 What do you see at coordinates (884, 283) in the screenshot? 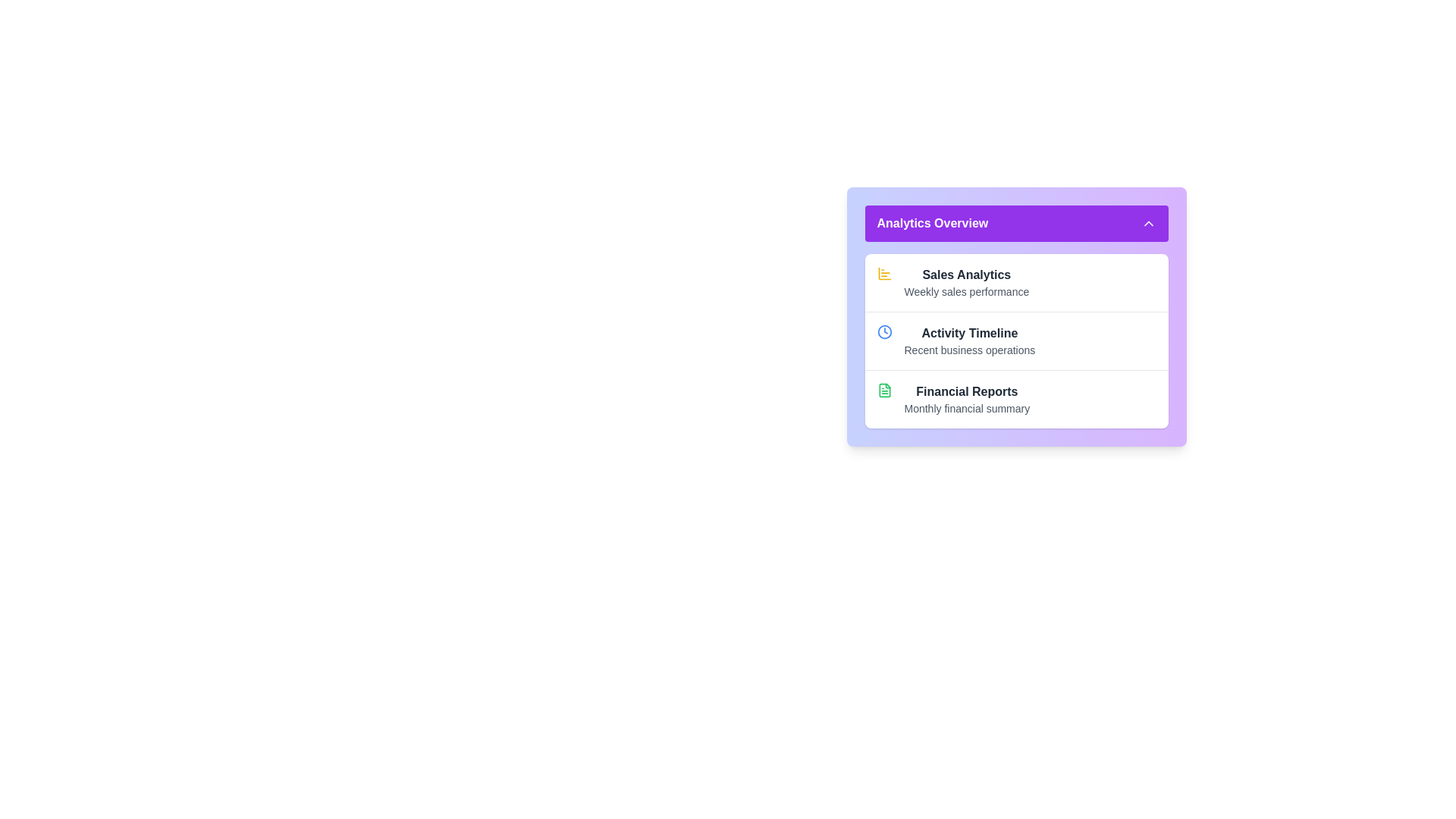
I see `the yellow bar chart icon located in the 'Sales Analytics' section, positioned to the left of the 'Sales Analytics' label` at bounding box center [884, 283].